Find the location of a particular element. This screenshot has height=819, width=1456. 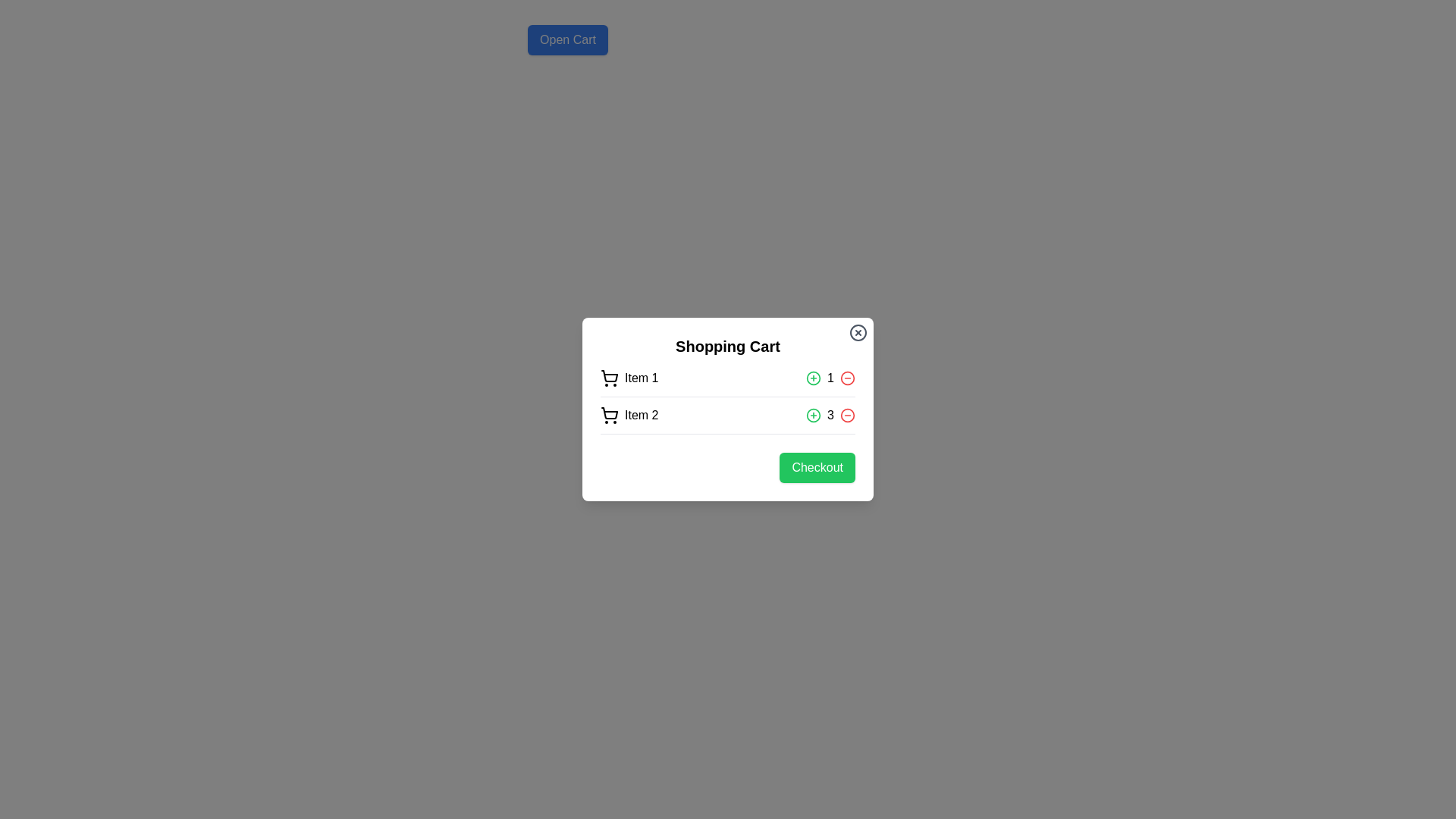

the circular boundary of the action button located next to the increment button for the quantity of the second item in the shopping cart popup is located at coordinates (813, 377).